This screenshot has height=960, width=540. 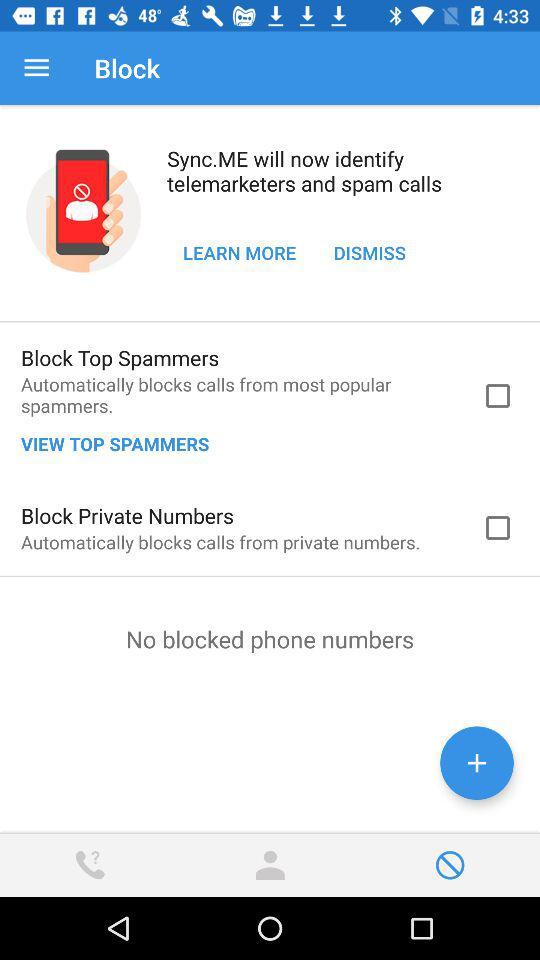 What do you see at coordinates (368, 251) in the screenshot?
I see `dismiss item` at bounding box center [368, 251].